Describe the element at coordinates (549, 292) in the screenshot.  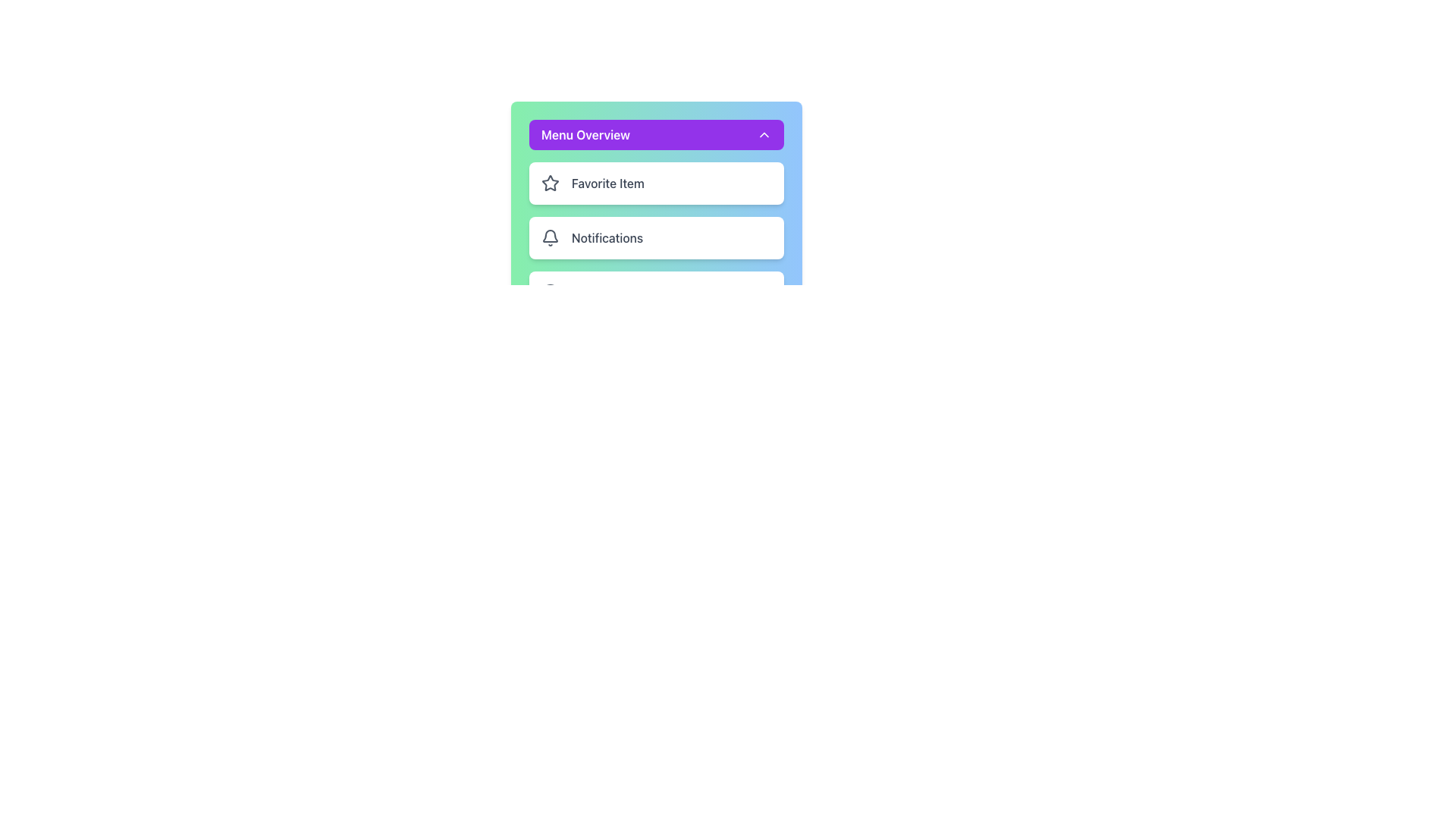
I see `the SVG circle element located beneath the 'Menu Overview' panel, which features a purple background and includes rows for 'Favorite Item' and 'Notifications'` at that location.